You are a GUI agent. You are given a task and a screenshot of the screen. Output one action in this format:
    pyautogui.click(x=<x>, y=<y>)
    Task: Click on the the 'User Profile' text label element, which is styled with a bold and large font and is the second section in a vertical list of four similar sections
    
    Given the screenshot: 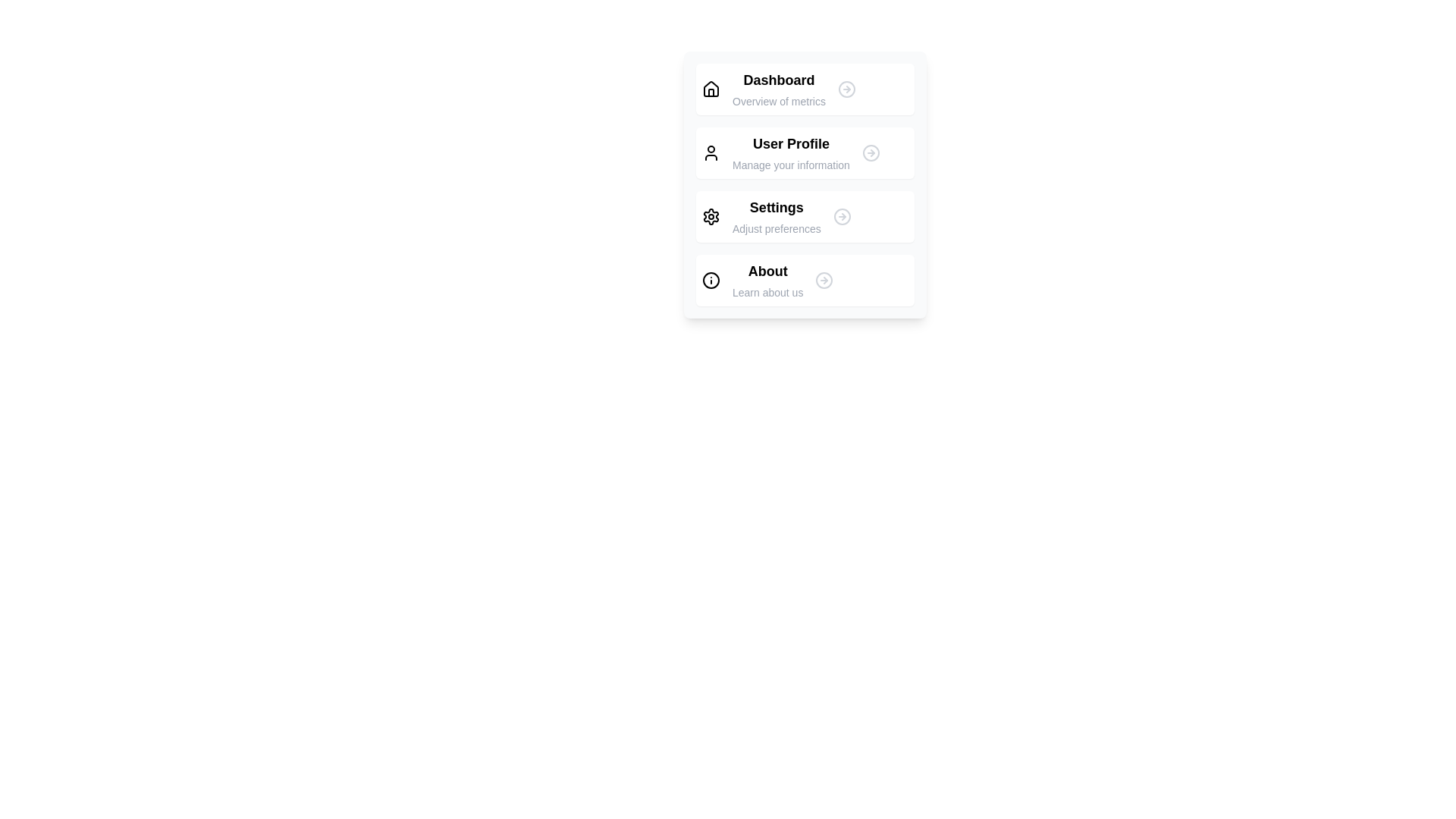 What is the action you would take?
    pyautogui.click(x=790, y=143)
    